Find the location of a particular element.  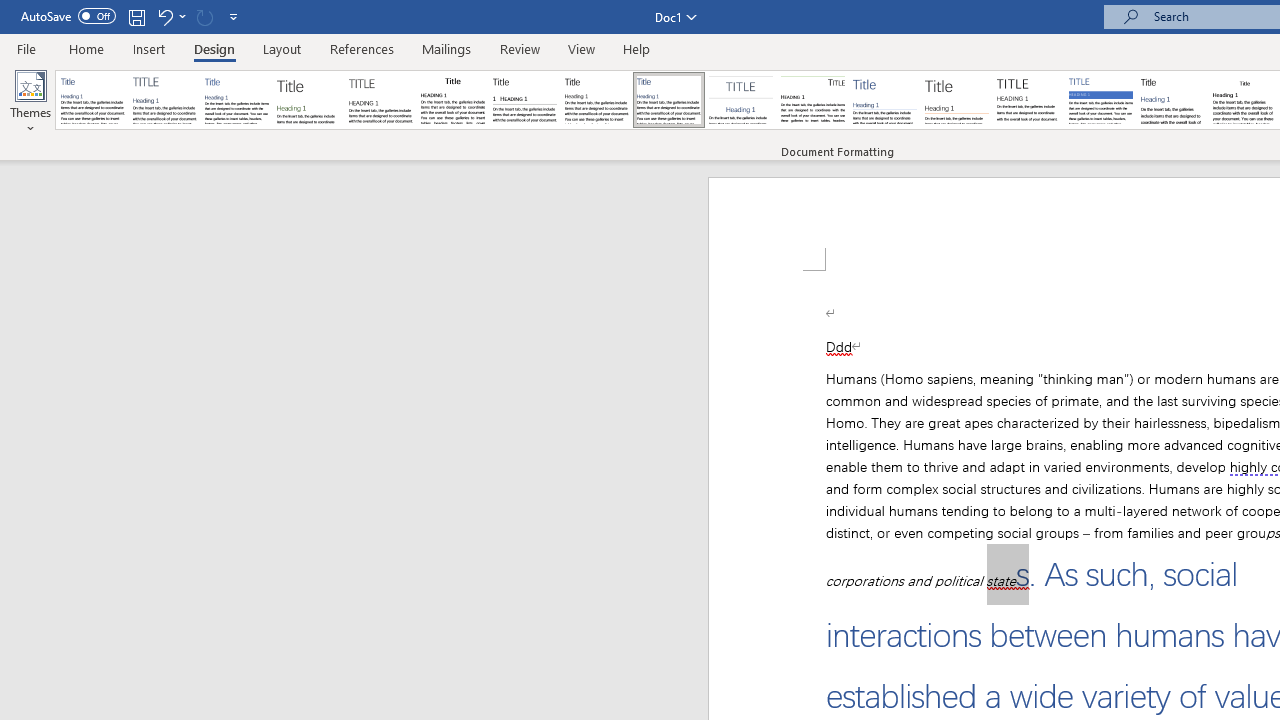

'Word' is located at coordinates (1173, 100).